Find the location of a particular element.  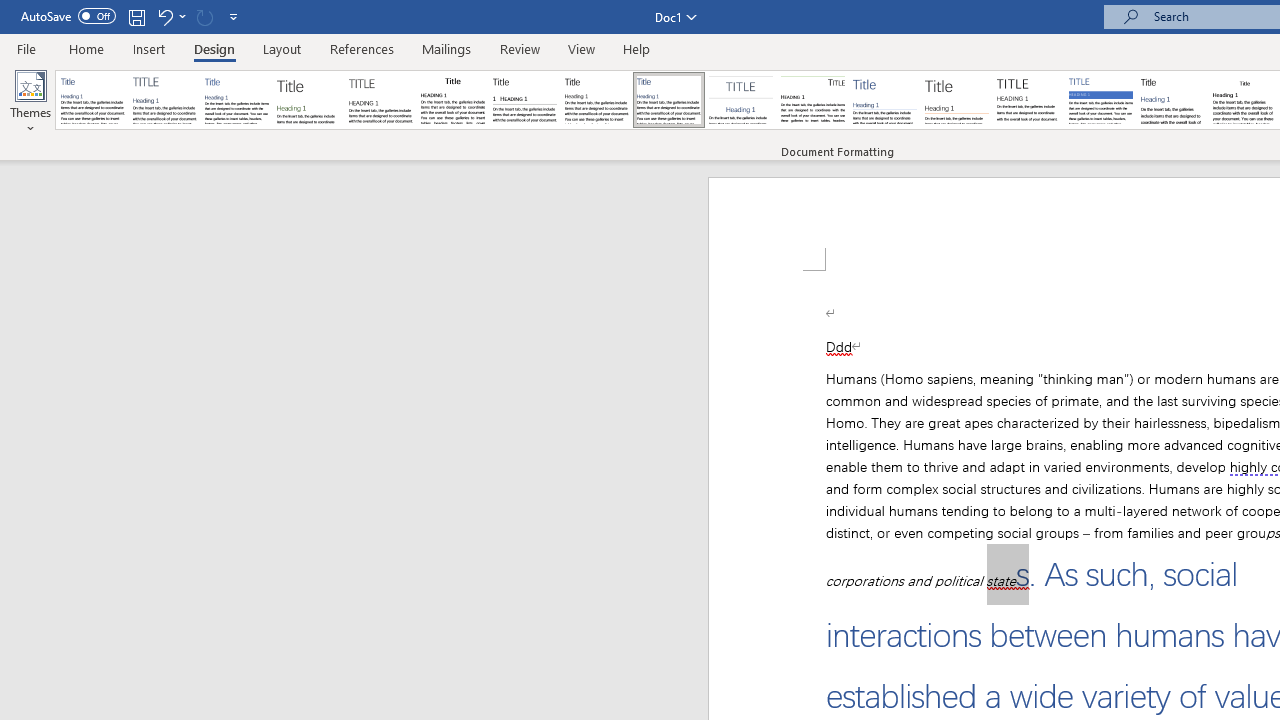

'Word' is located at coordinates (1173, 100).